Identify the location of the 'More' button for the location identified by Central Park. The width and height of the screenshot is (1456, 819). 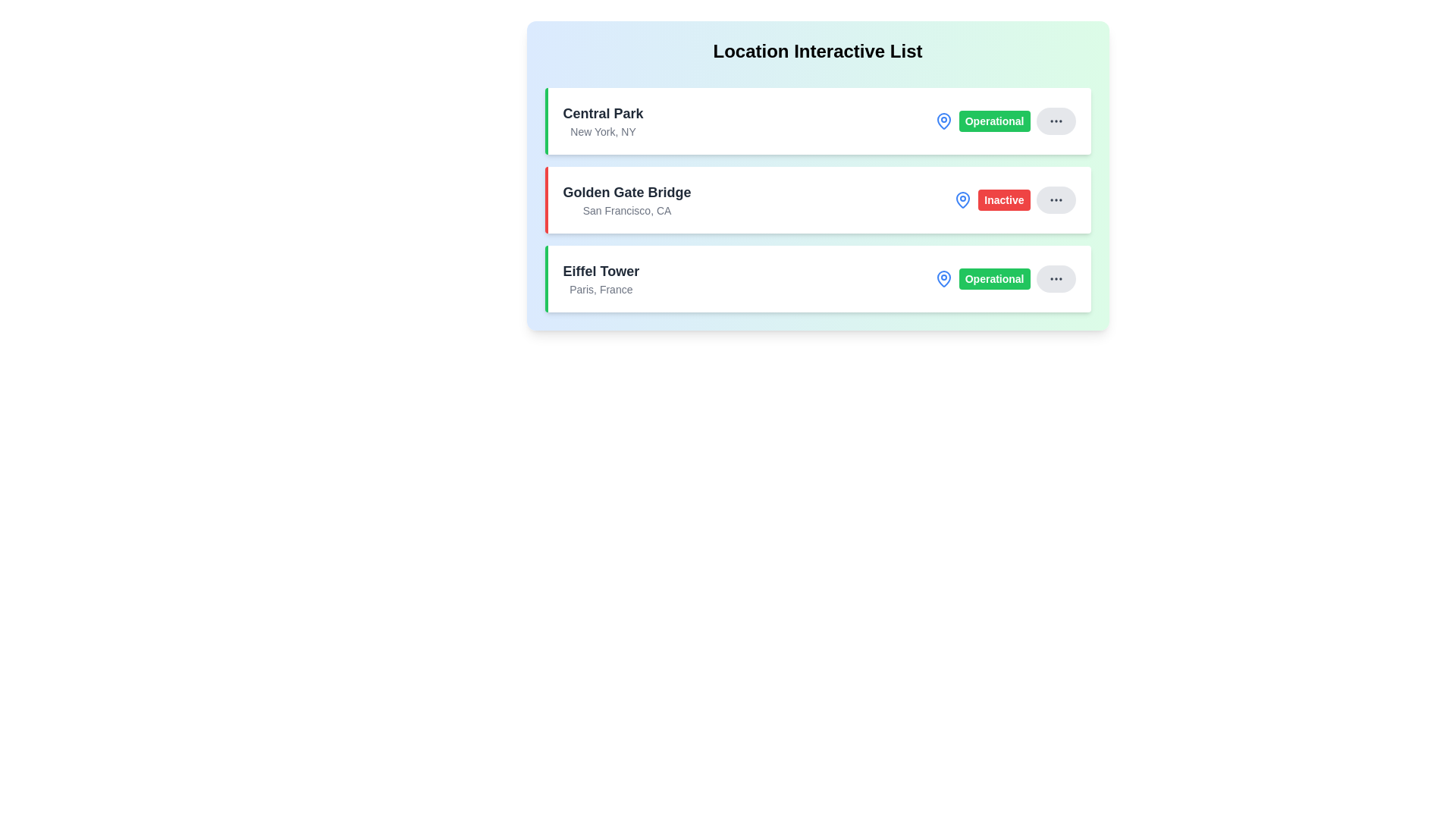
(1055, 120).